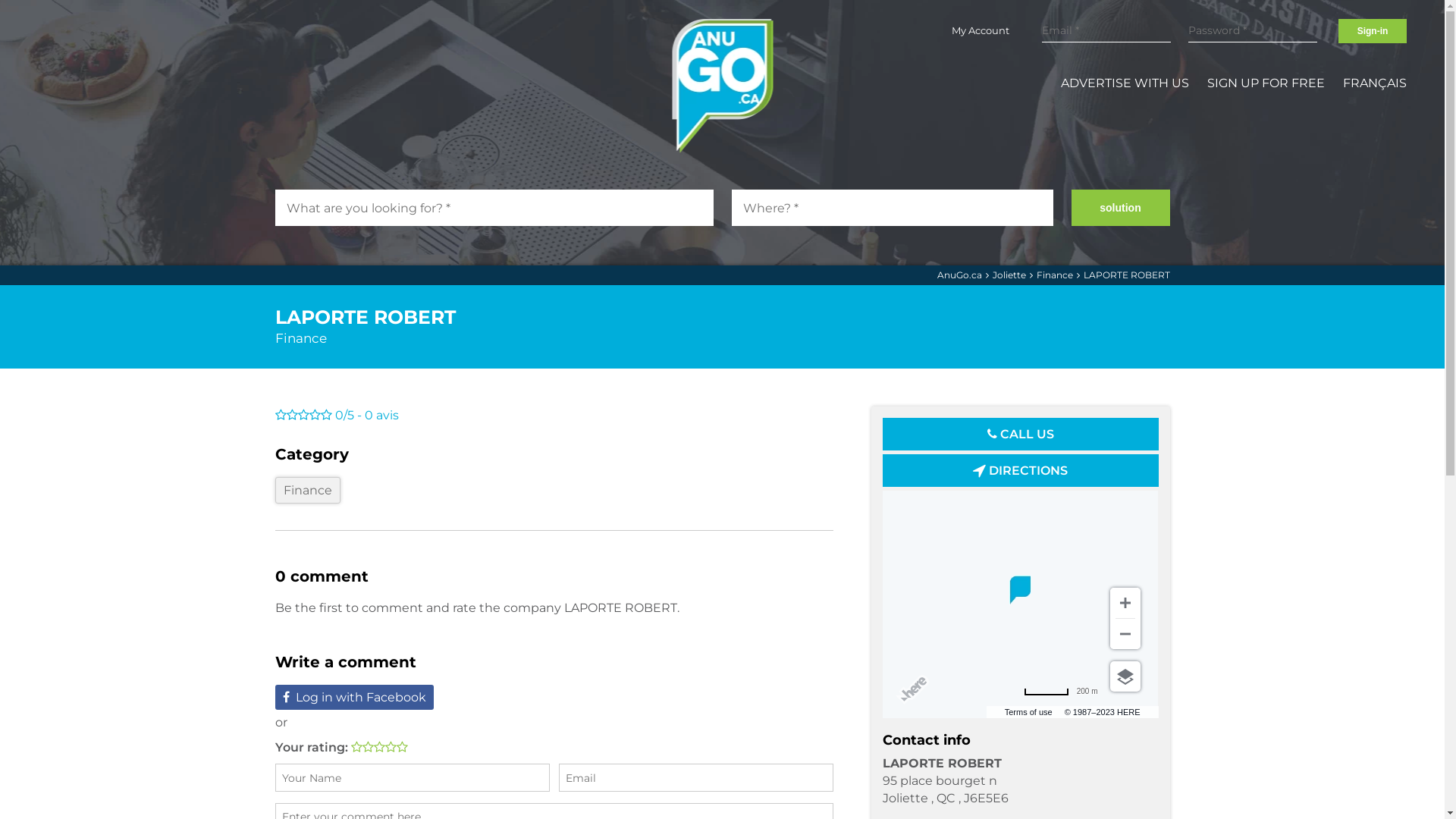  What do you see at coordinates (1020, 469) in the screenshot?
I see `'DIRECTIONS'` at bounding box center [1020, 469].